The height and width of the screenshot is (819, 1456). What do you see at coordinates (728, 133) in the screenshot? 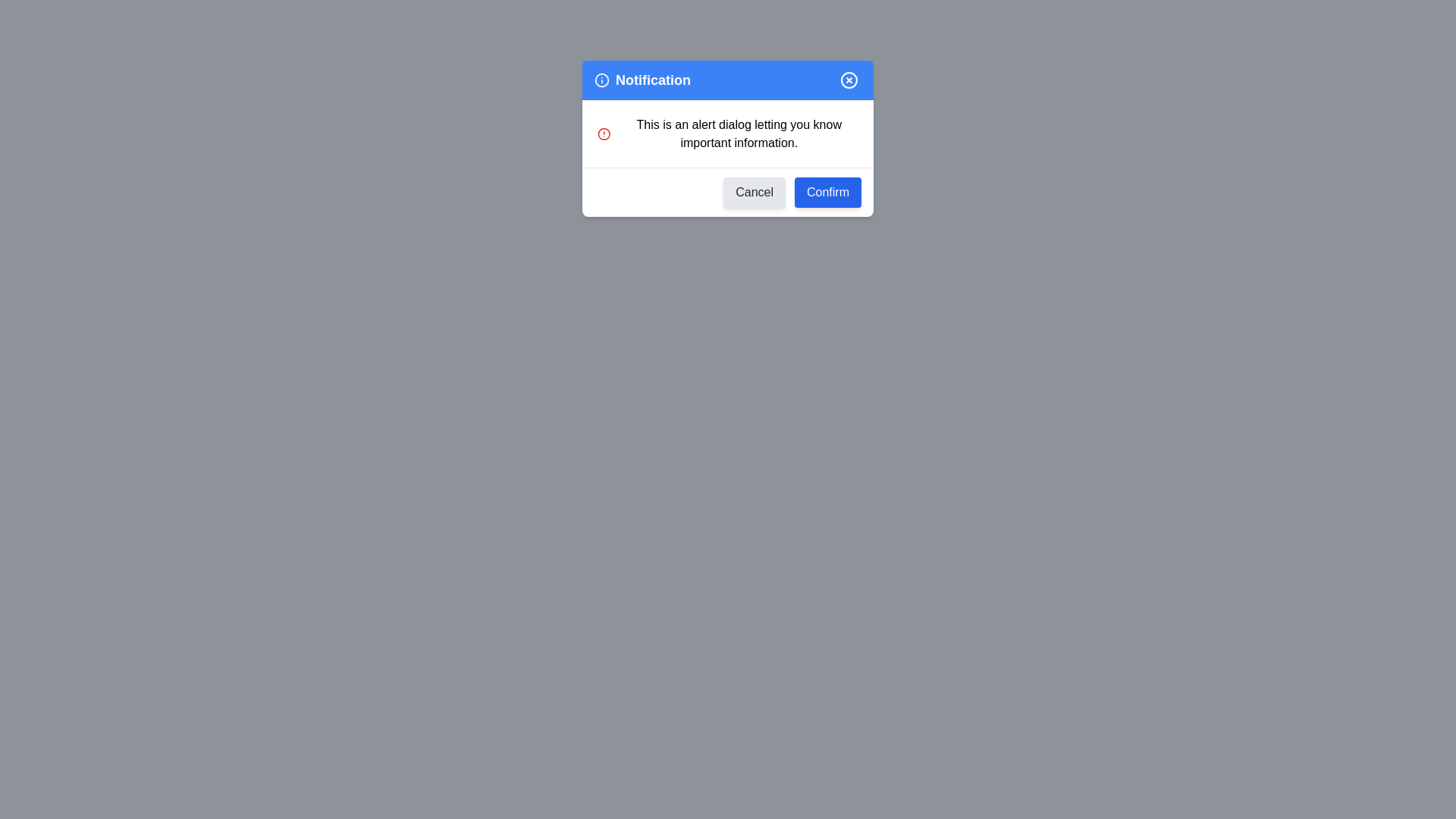
I see `the non-interactive text area that displays an important alert message, which is located centrally below the 'Notification' header and above the 'Cancel' and 'Confirm' buttons` at bounding box center [728, 133].